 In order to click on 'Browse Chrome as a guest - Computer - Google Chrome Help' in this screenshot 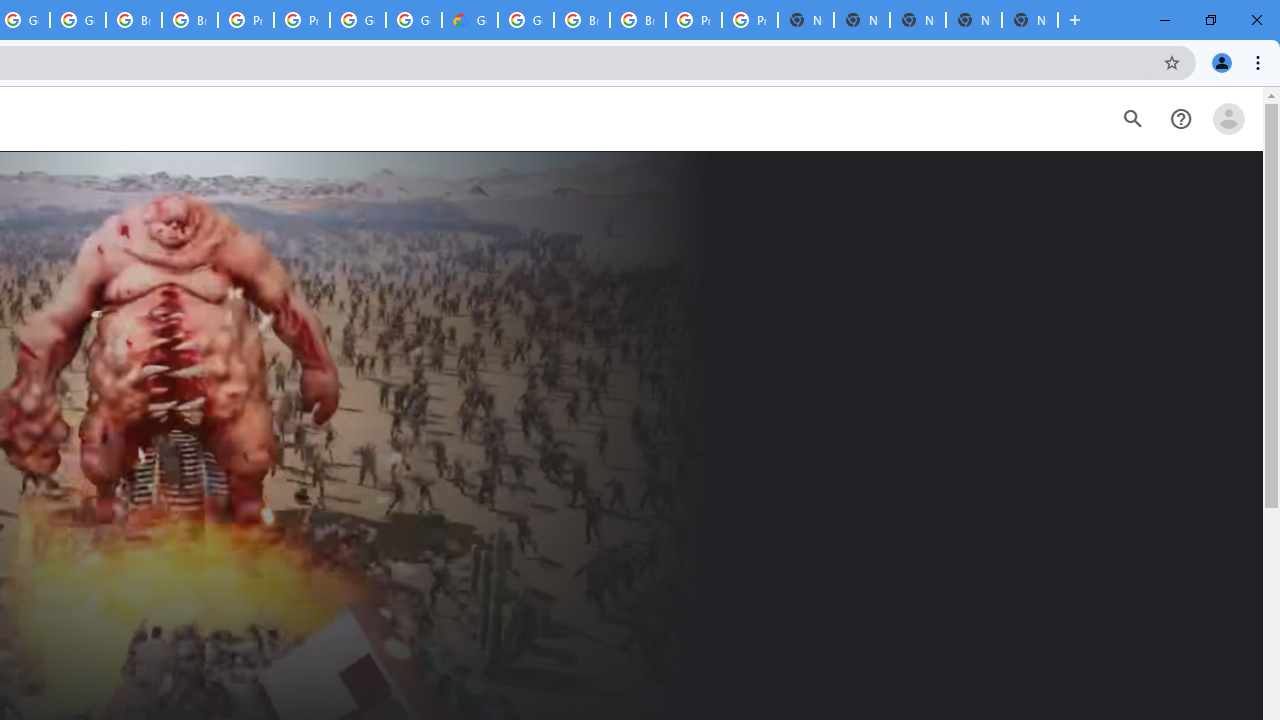, I will do `click(637, 20)`.